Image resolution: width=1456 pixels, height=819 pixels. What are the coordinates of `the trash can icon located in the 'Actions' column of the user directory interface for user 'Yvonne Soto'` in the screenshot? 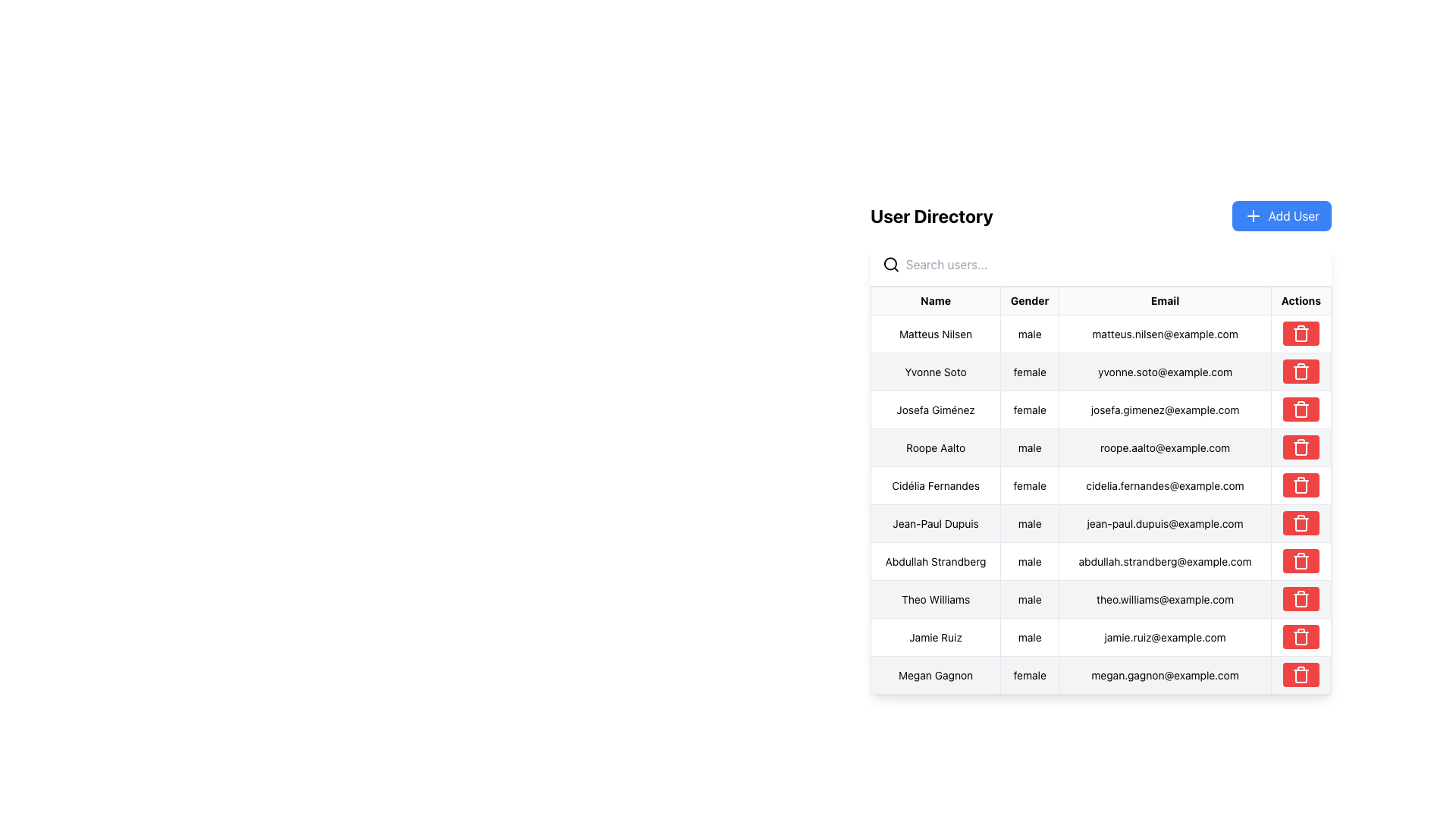 It's located at (1300, 371).